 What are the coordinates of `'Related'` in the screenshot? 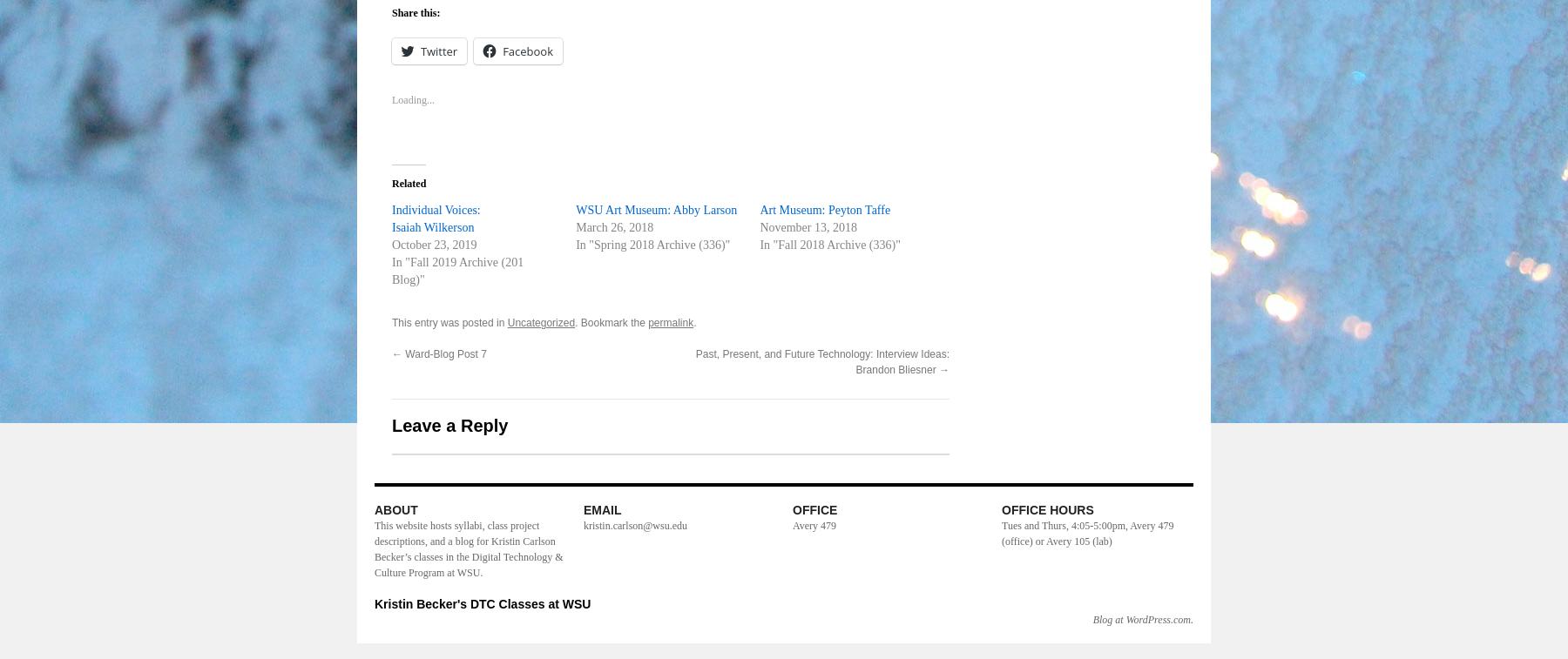 It's located at (408, 182).